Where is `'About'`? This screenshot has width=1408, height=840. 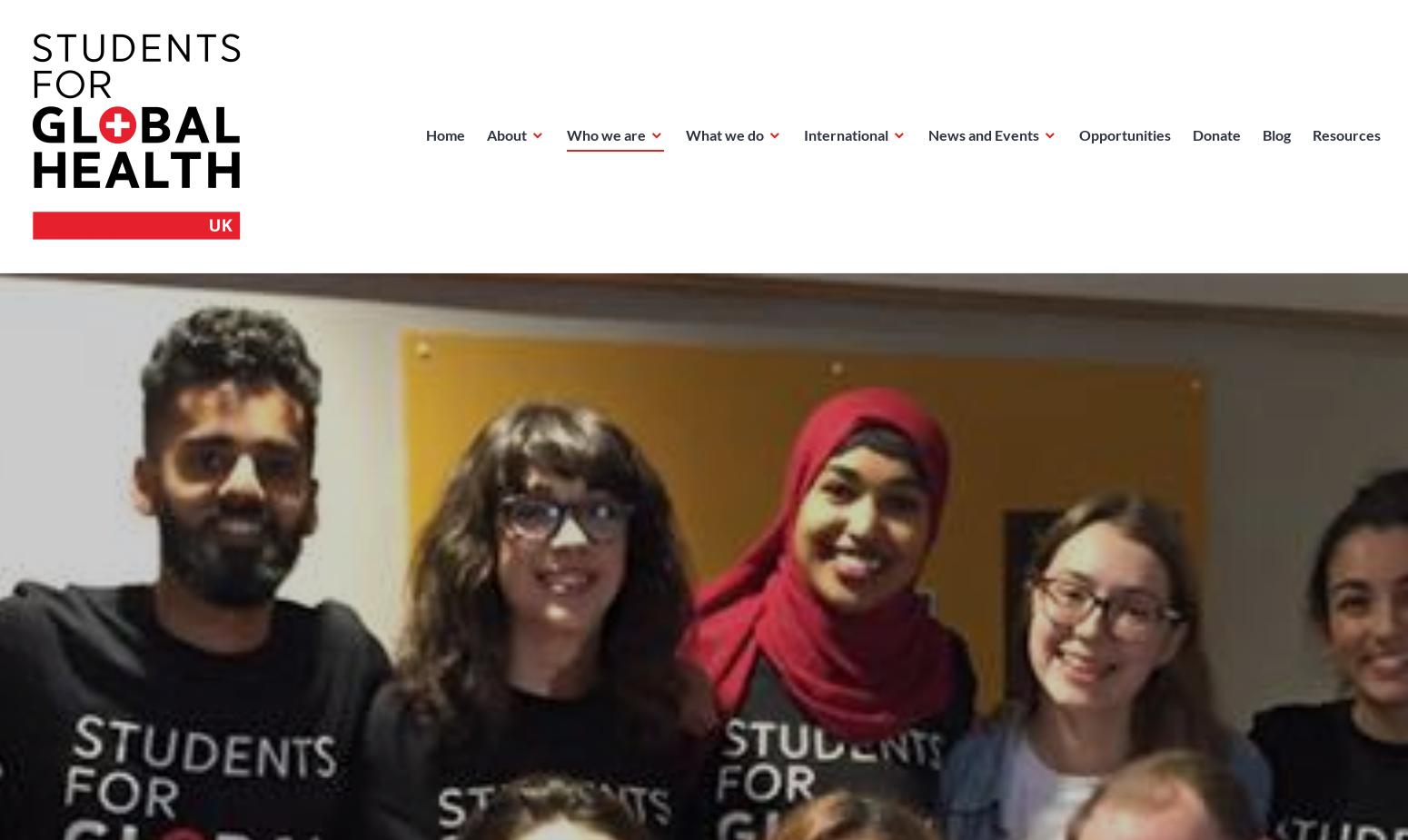 'About' is located at coordinates (507, 133).